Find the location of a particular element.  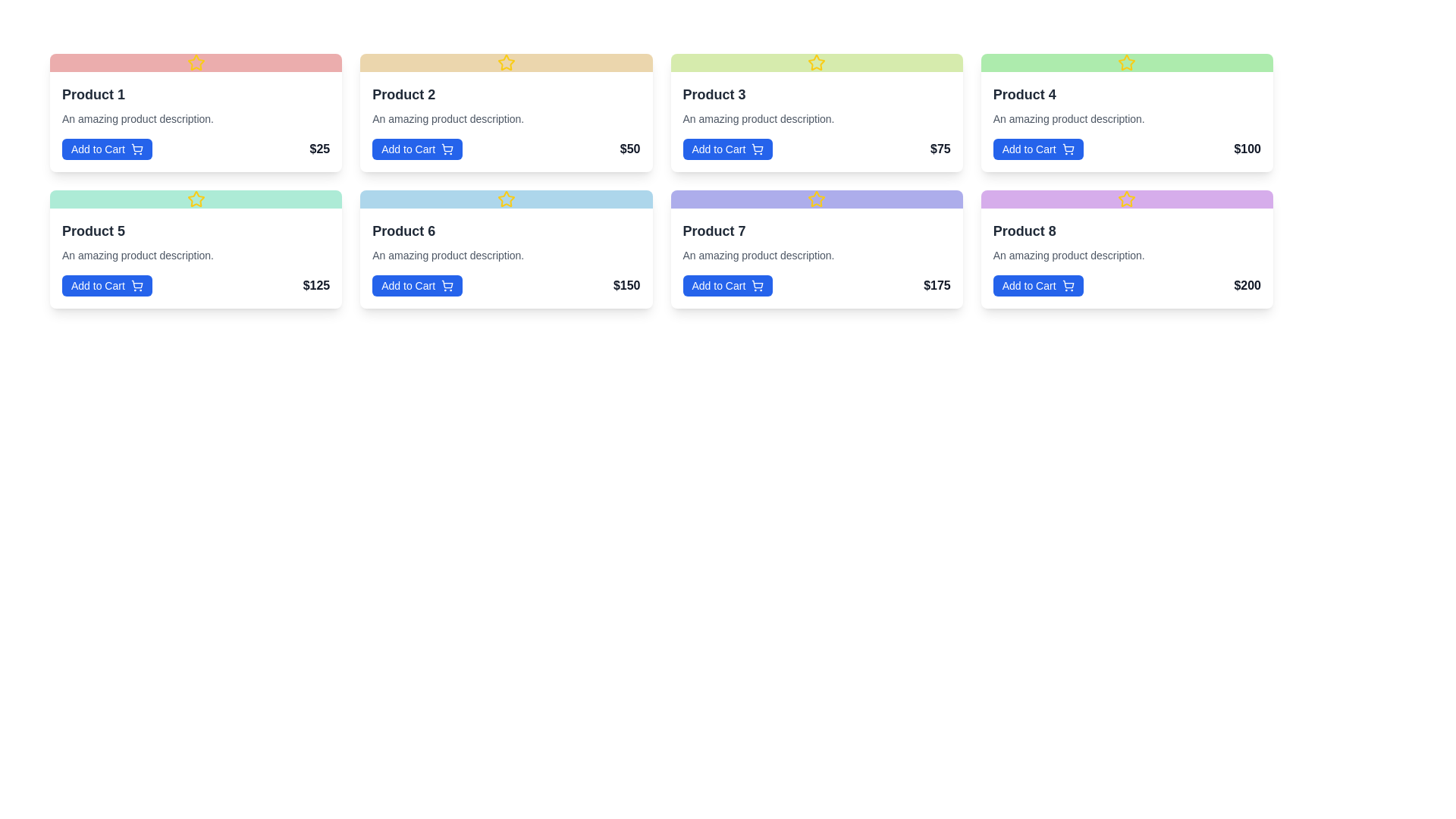

the text label displaying the price '$75' located in the lower-right corner of the card labeled 'Product 3' is located at coordinates (940, 149).